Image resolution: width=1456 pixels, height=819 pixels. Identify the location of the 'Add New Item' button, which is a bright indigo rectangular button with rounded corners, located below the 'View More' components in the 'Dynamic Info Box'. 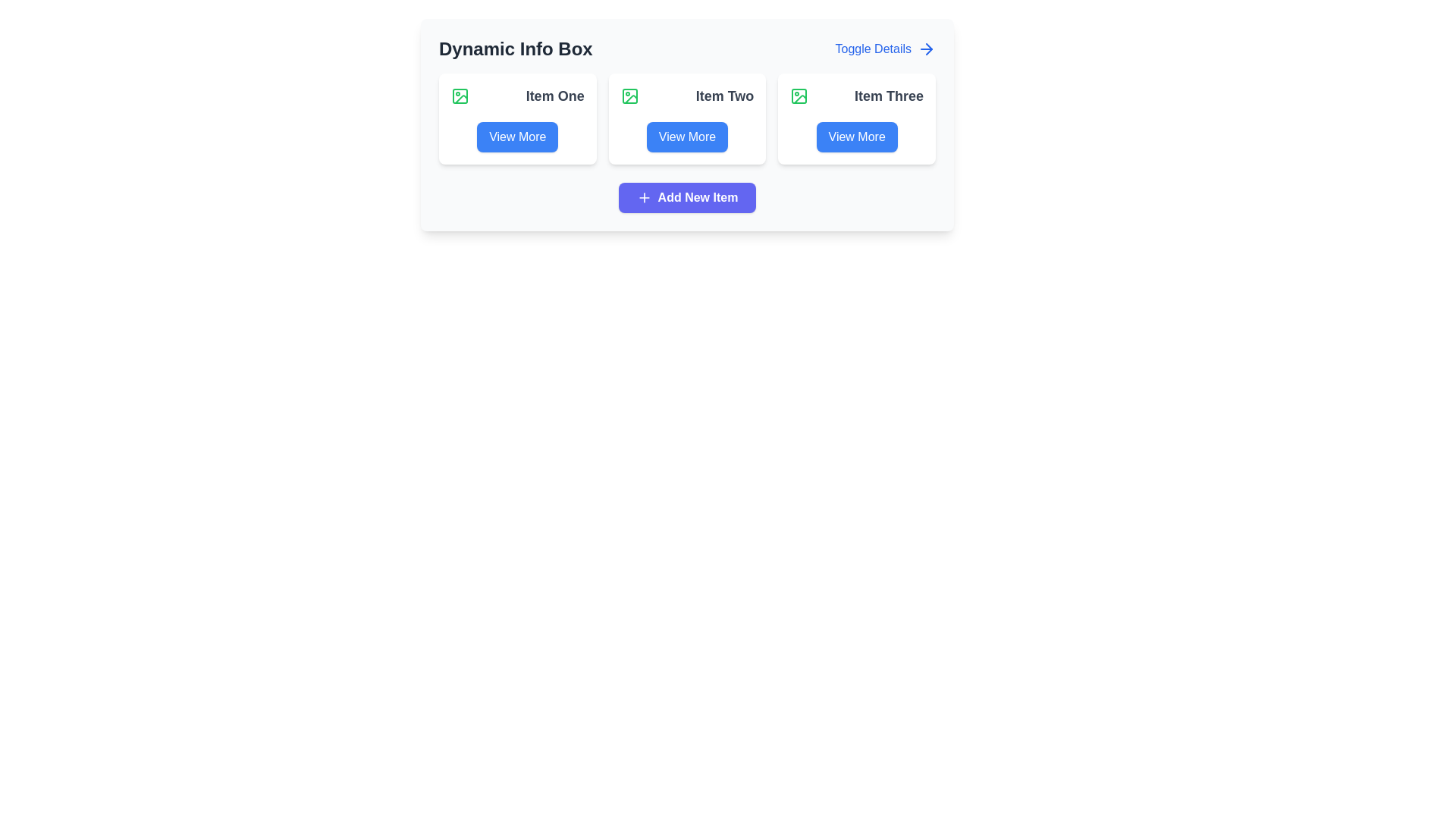
(686, 197).